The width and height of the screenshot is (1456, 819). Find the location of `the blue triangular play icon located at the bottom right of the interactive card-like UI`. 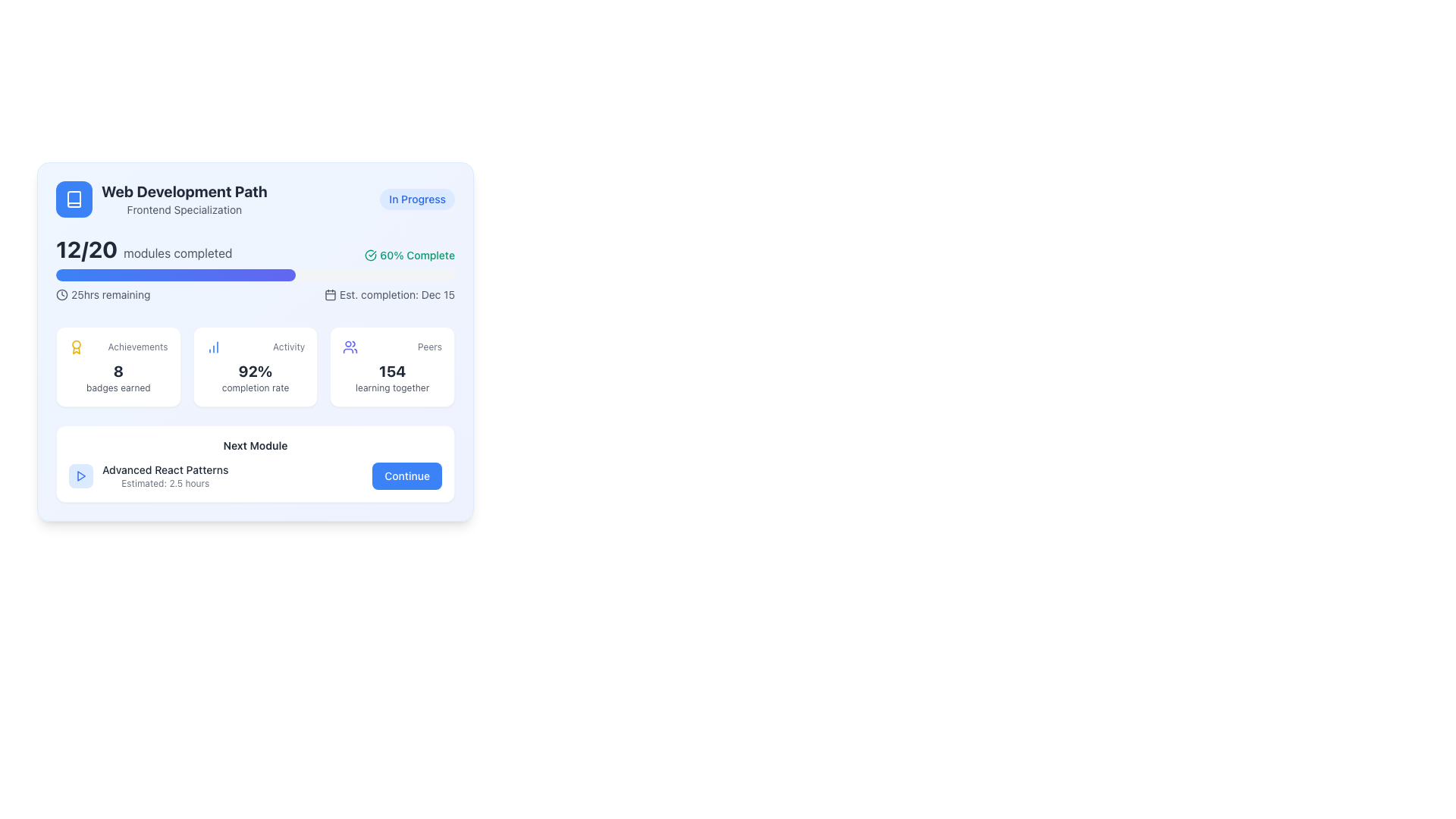

the blue triangular play icon located at the bottom right of the interactive card-like UI is located at coordinates (80, 475).